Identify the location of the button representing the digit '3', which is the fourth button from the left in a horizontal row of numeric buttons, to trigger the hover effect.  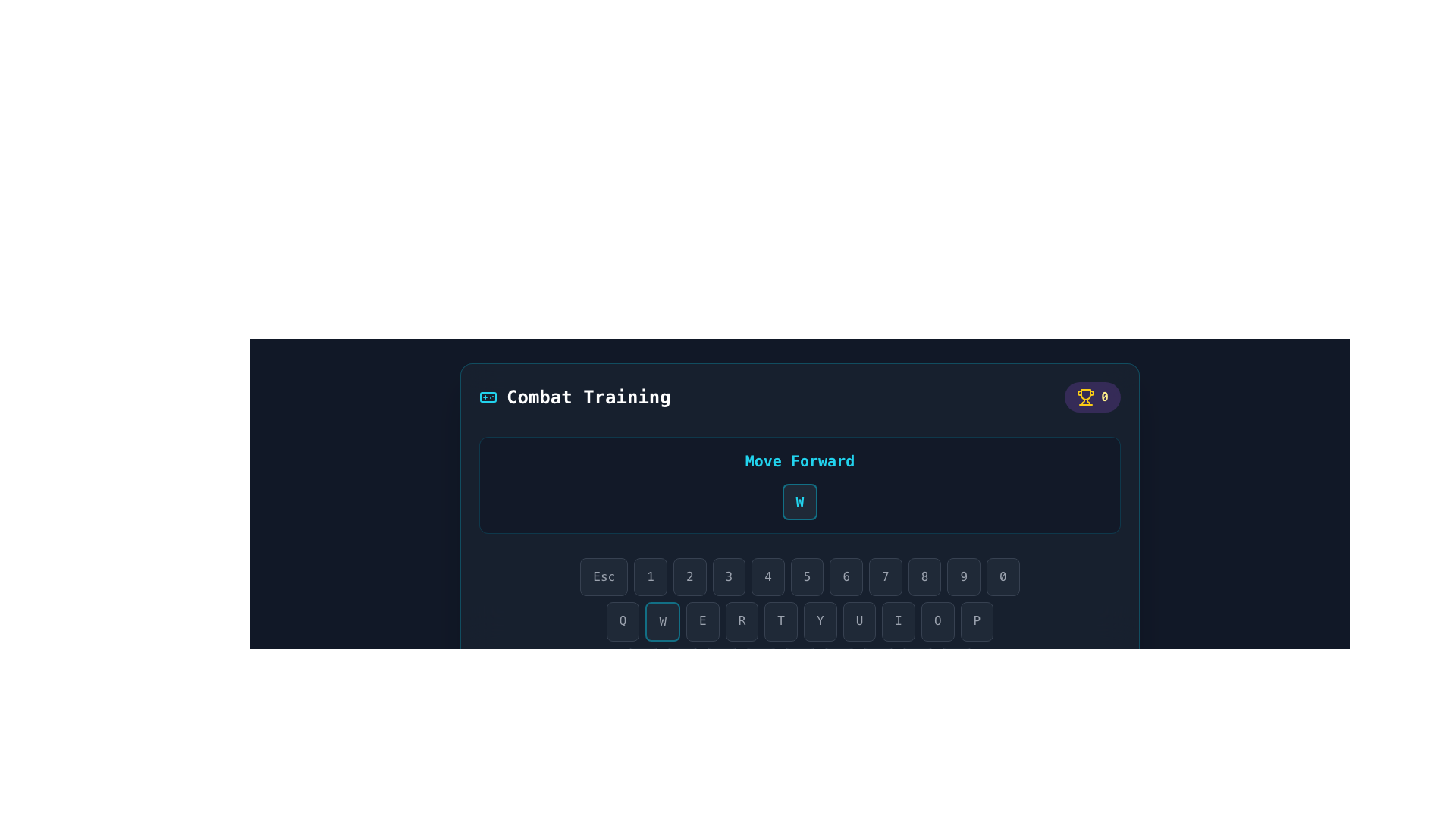
(729, 576).